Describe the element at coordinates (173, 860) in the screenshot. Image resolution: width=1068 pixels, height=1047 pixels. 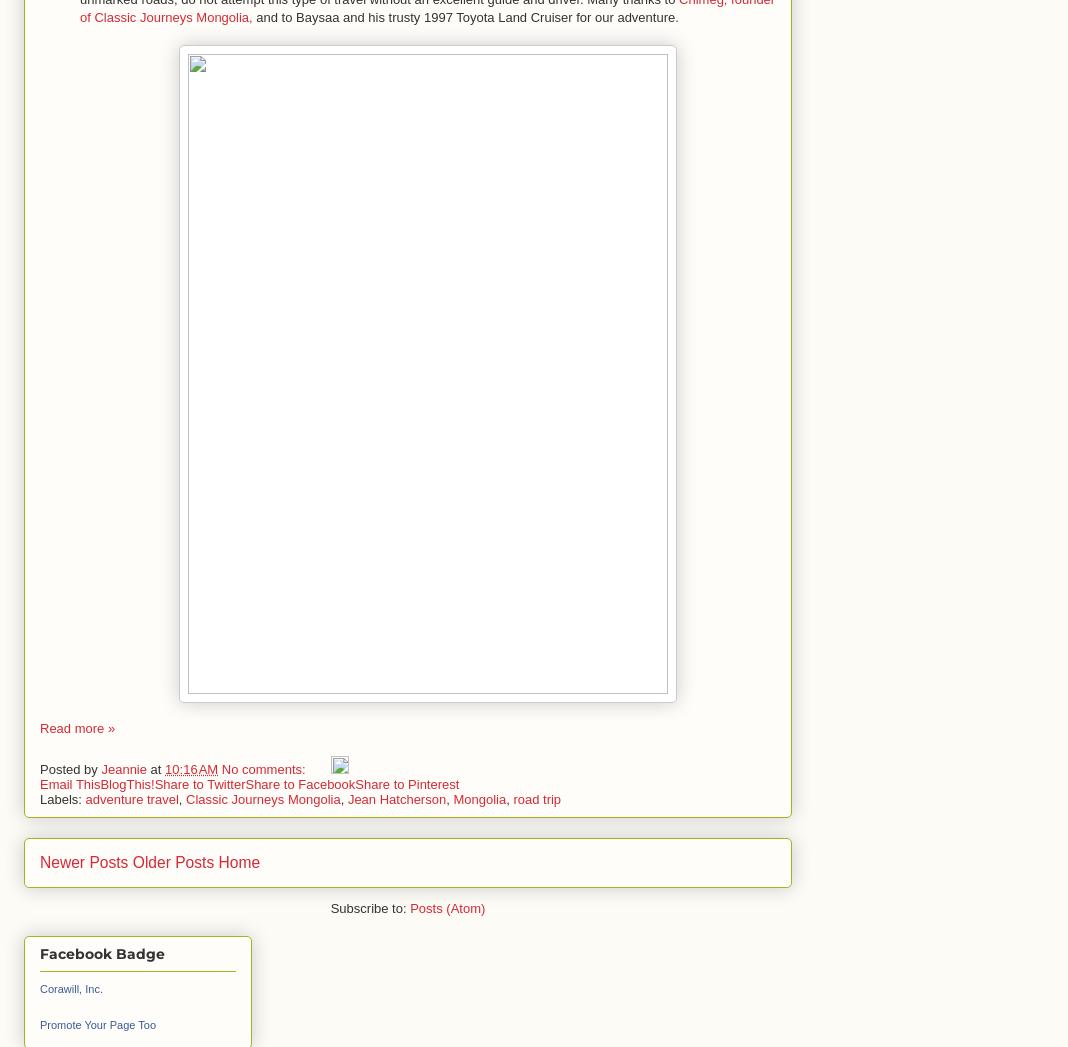
I see `'Older Posts'` at that location.